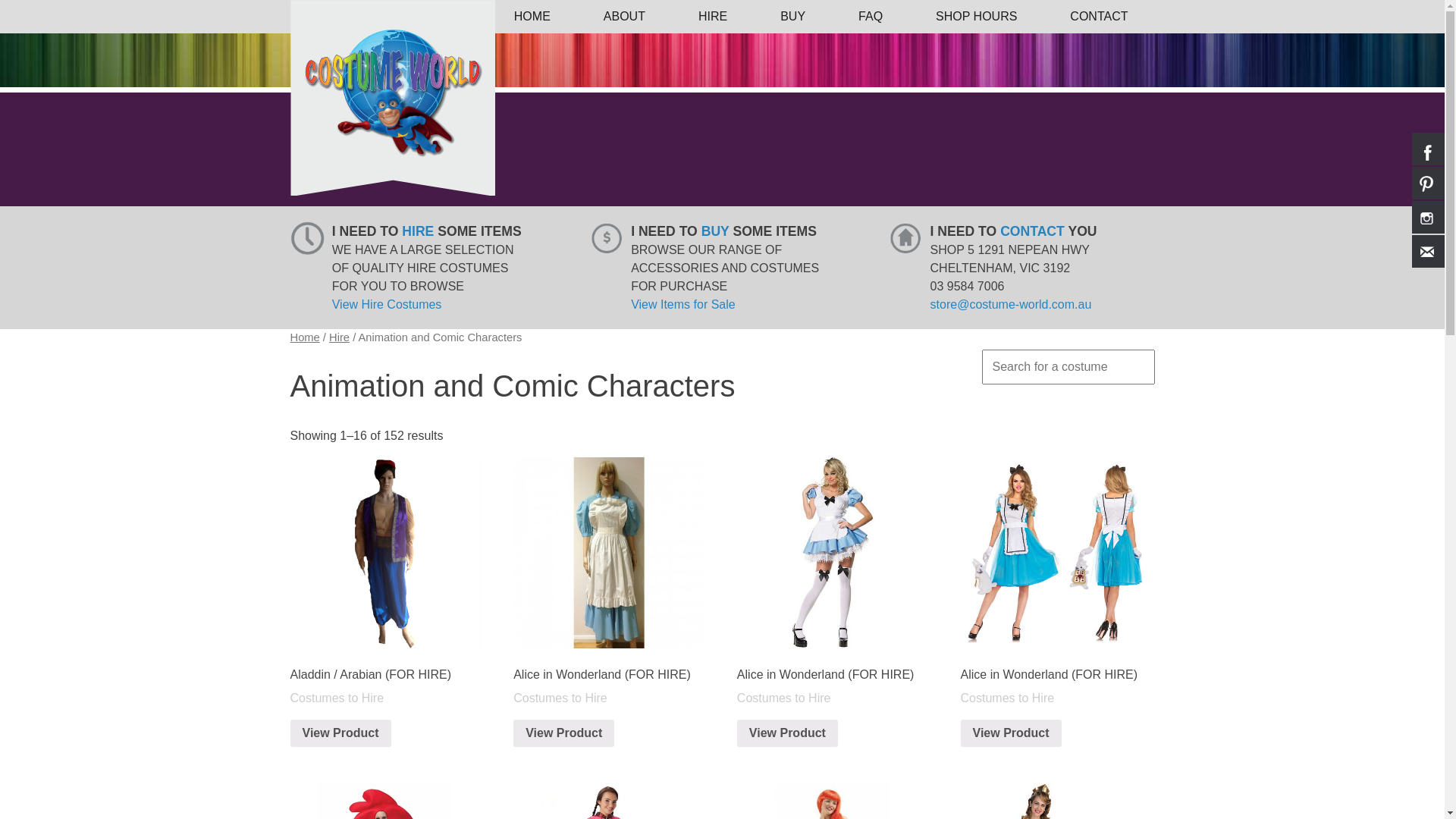  I want to click on 'Hire', so click(328, 336).